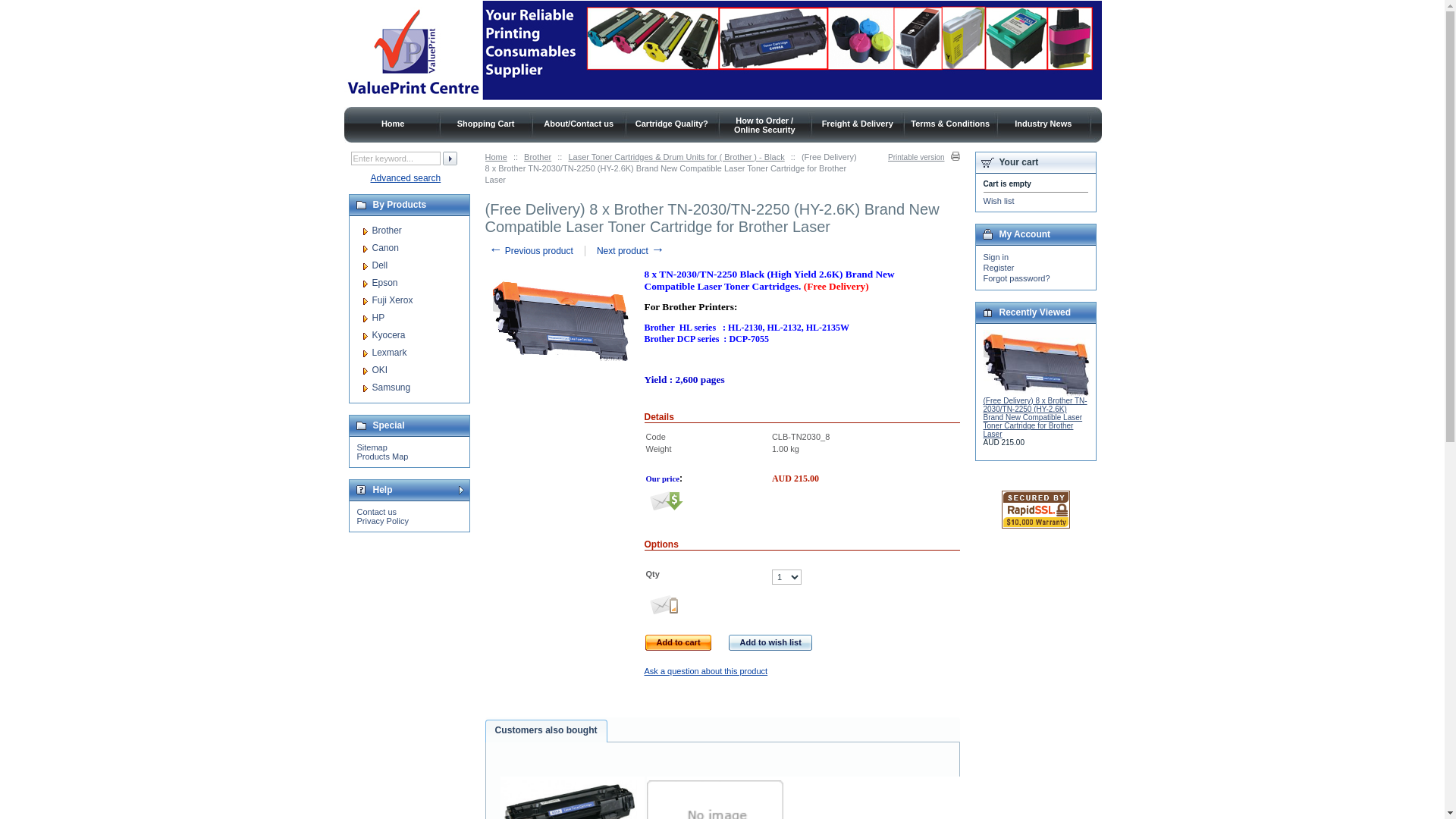 This screenshot has height=819, width=1456. What do you see at coordinates (996, 256) in the screenshot?
I see `'Sign in'` at bounding box center [996, 256].